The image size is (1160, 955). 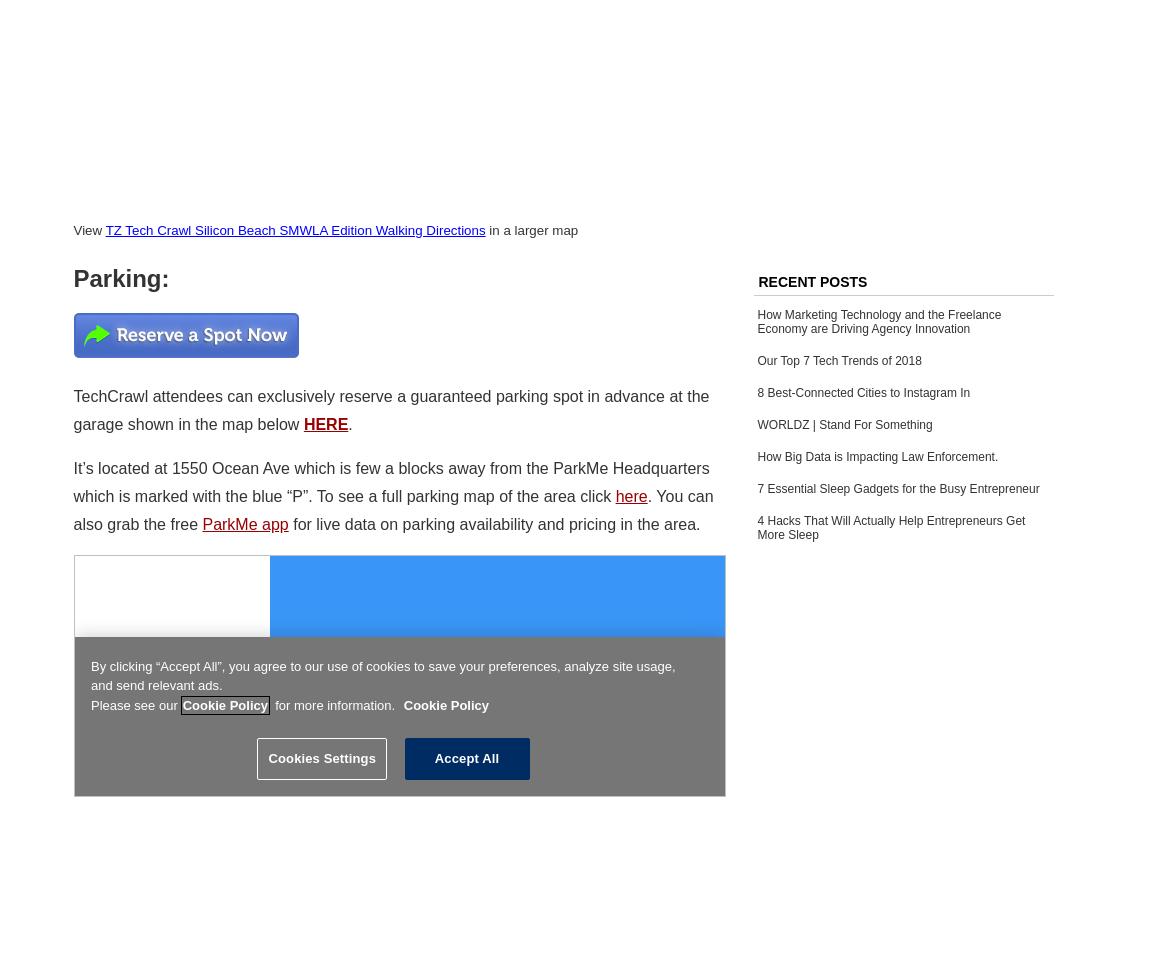 I want to click on 'View', so click(x=72, y=229).